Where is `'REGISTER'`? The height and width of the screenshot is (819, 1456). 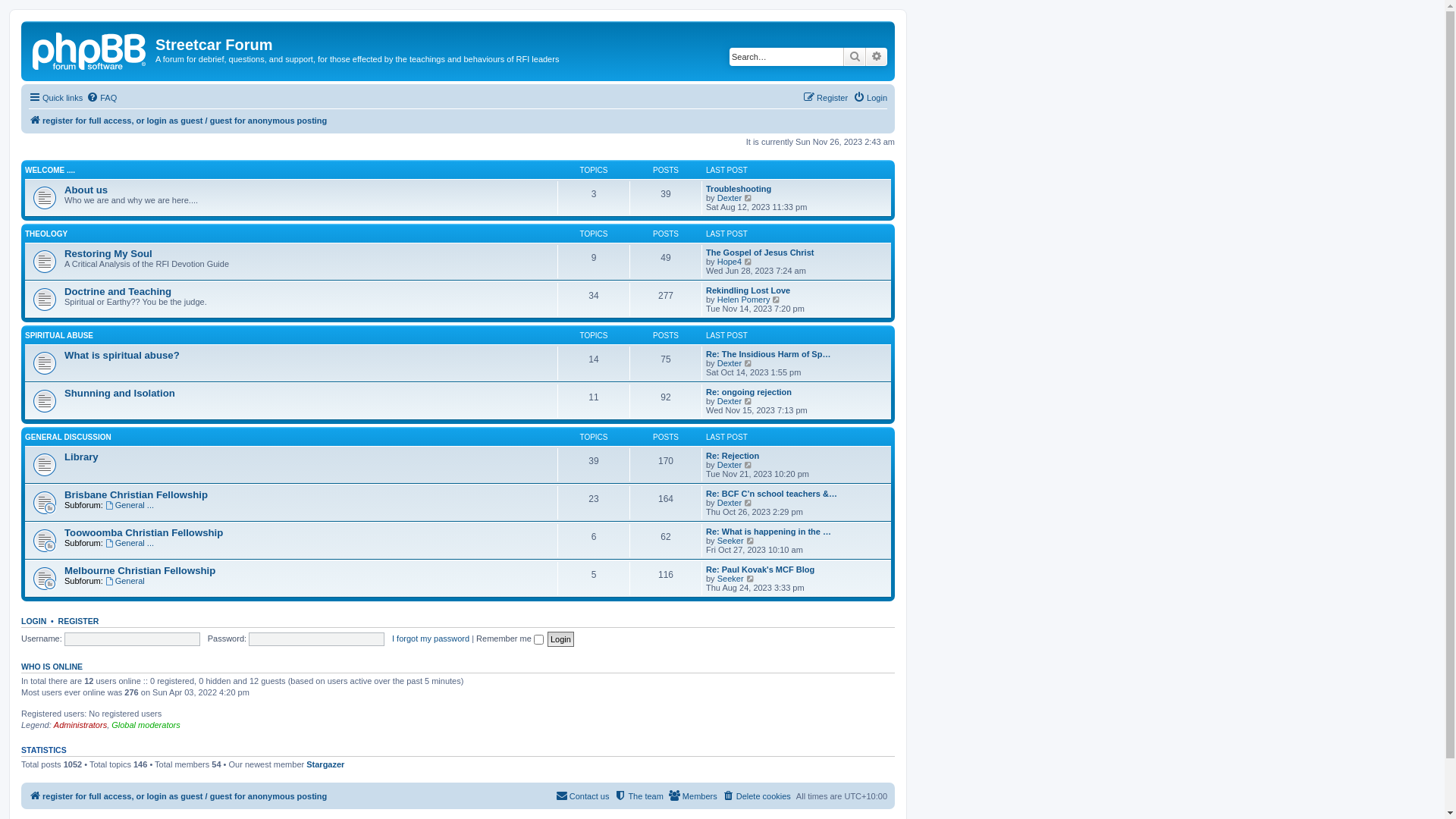 'REGISTER' is located at coordinates (78, 620).